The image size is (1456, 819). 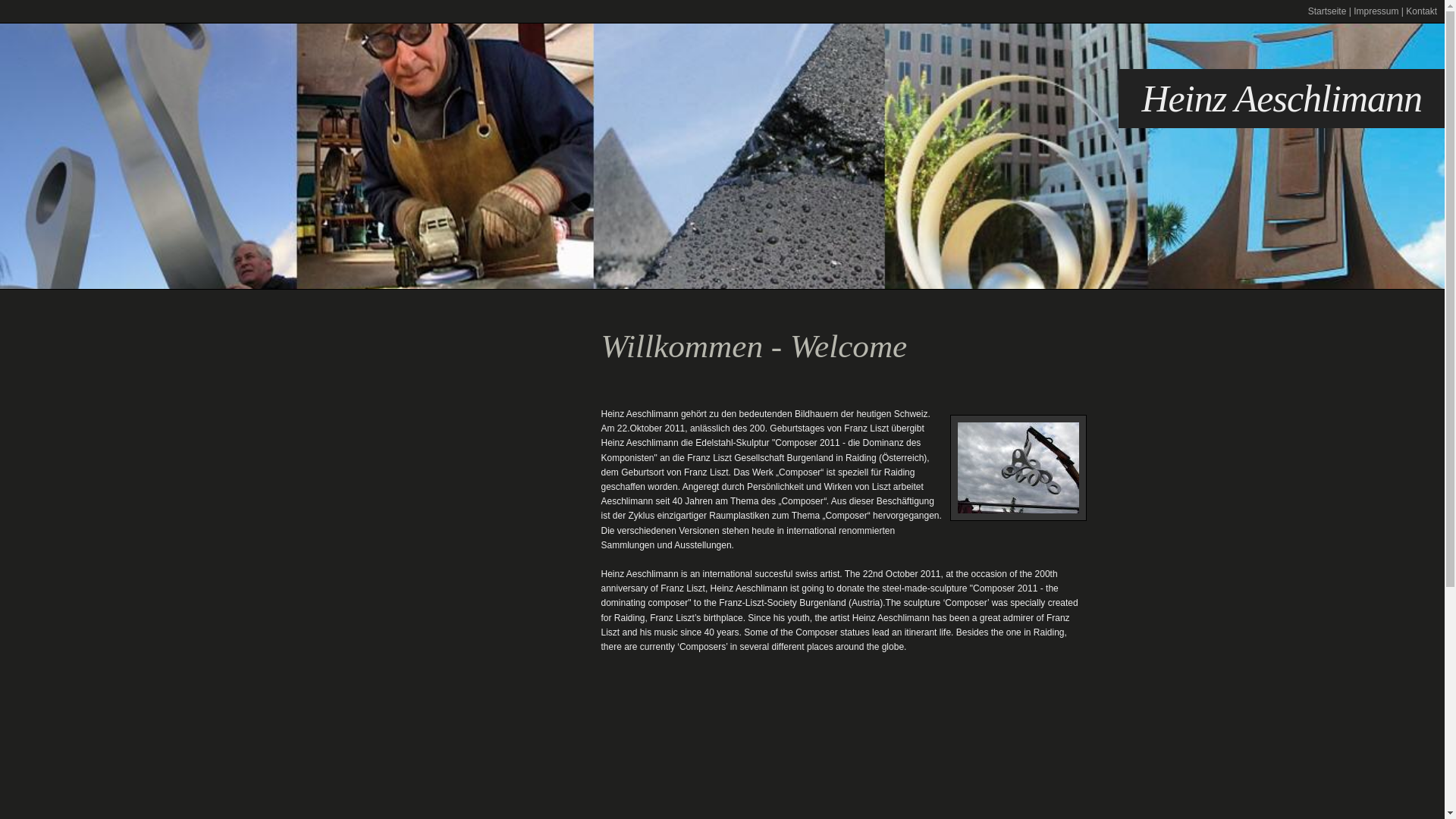 What do you see at coordinates (1376, 11) in the screenshot?
I see `'Impressum'` at bounding box center [1376, 11].